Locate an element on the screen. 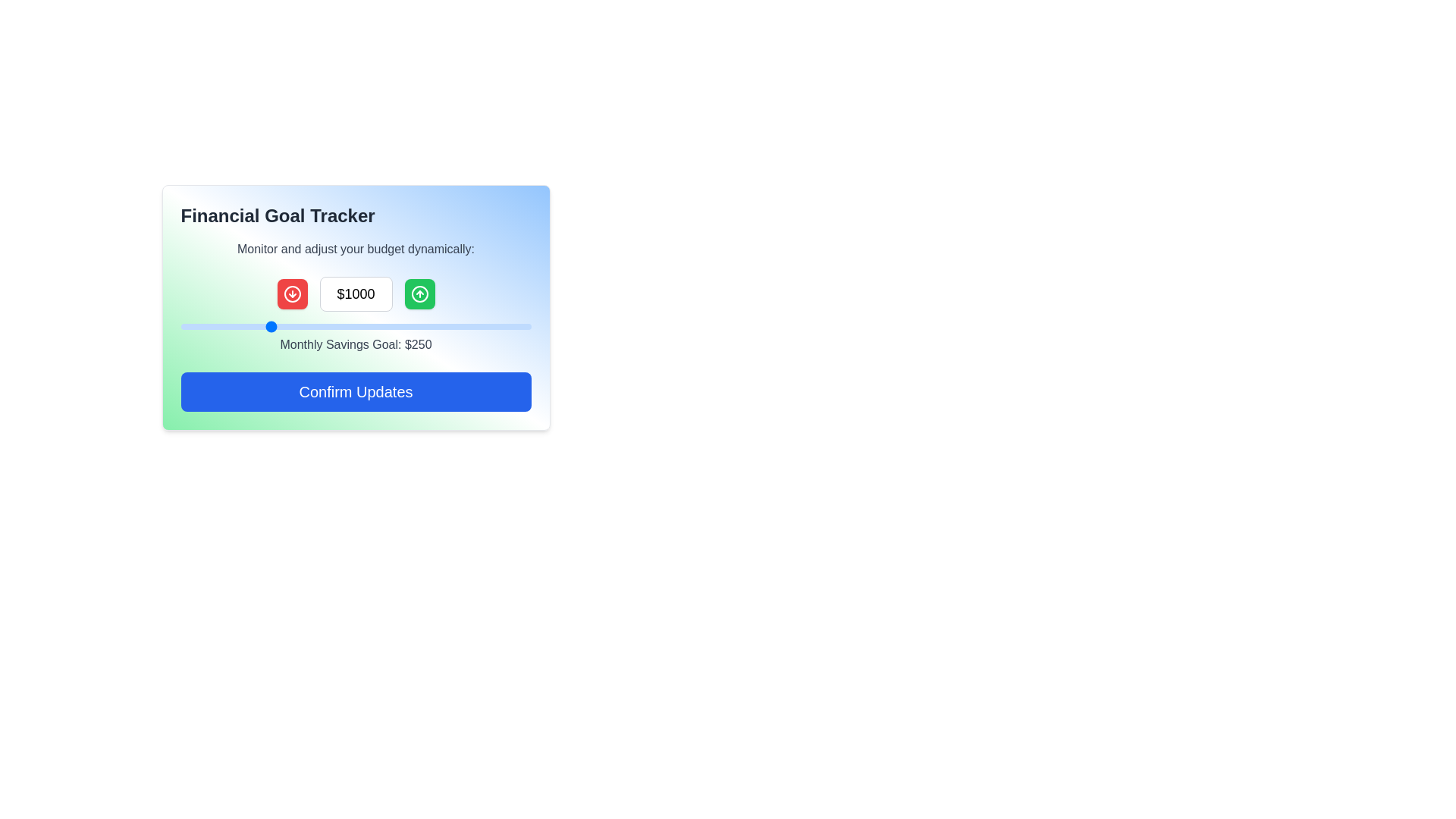 This screenshot has height=819, width=1456. the monthly savings goal is located at coordinates (331, 326).